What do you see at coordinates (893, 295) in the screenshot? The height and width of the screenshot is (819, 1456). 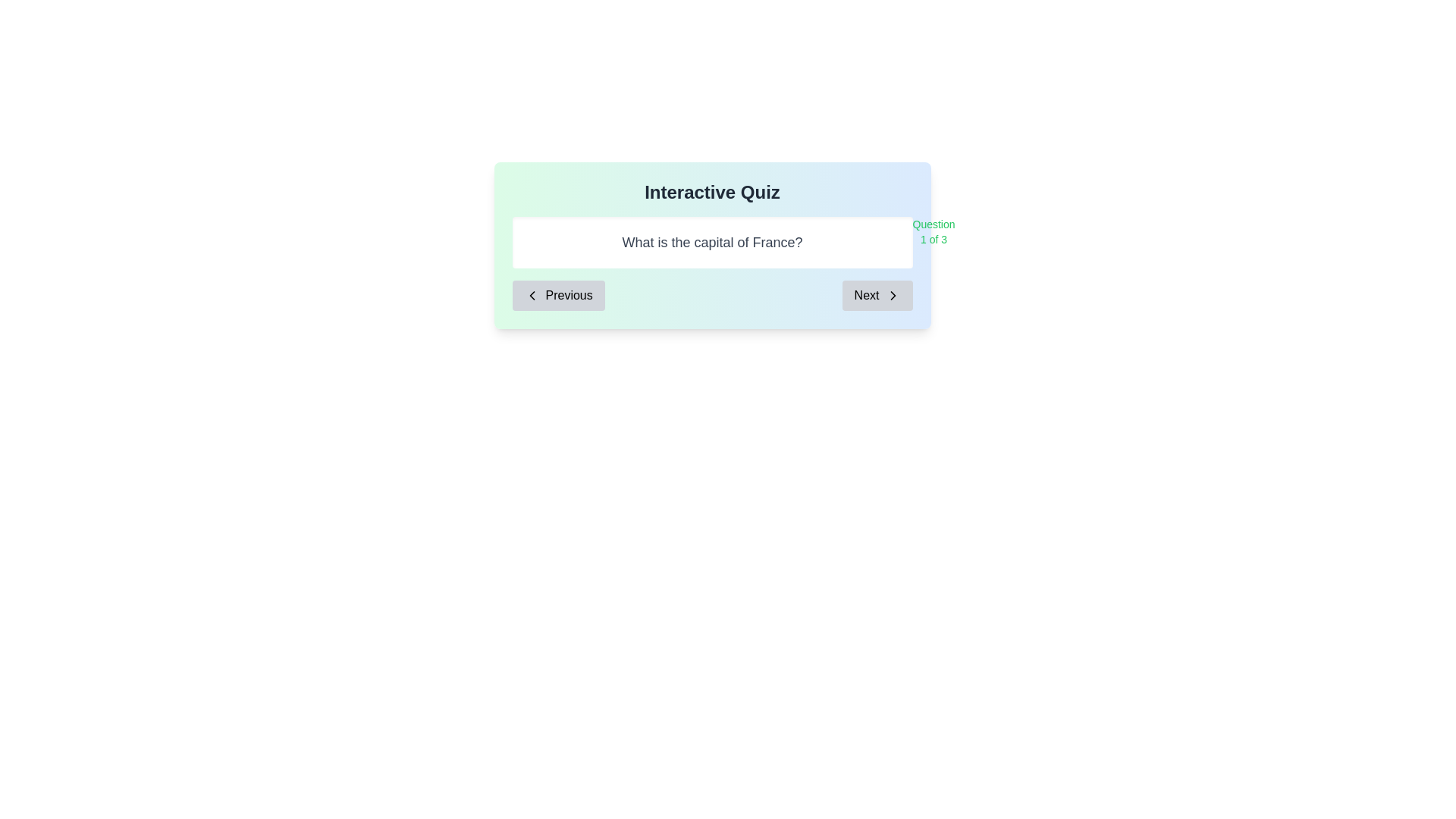 I see `the compact right-pointing arrow icon within the 'Next' button` at bounding box center [893, 295].